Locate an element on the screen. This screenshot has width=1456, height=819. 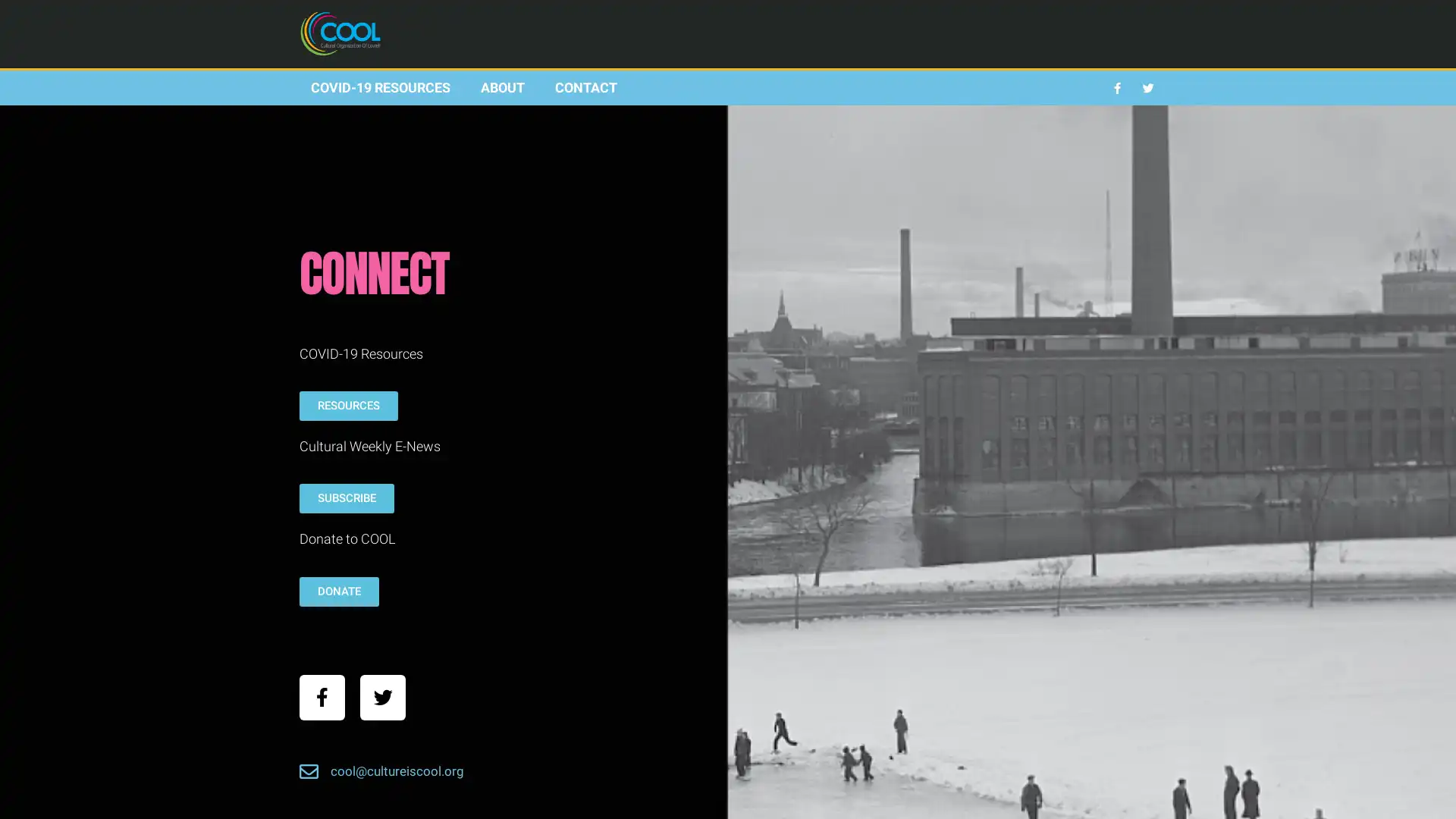
DONATE is located at coordinates (338, 590).